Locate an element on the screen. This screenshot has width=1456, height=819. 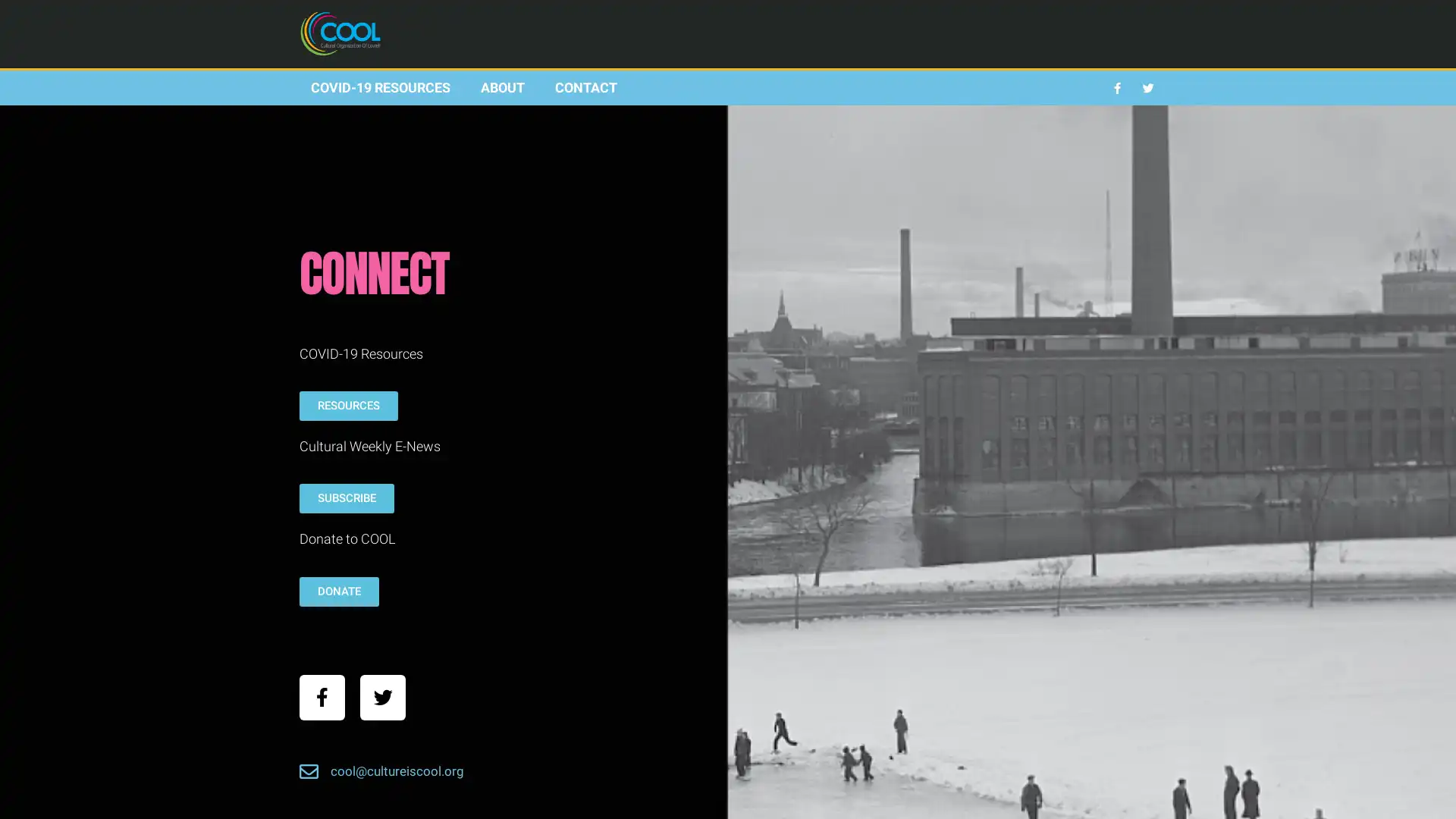
DONATE is located at coordinates (338, 590).